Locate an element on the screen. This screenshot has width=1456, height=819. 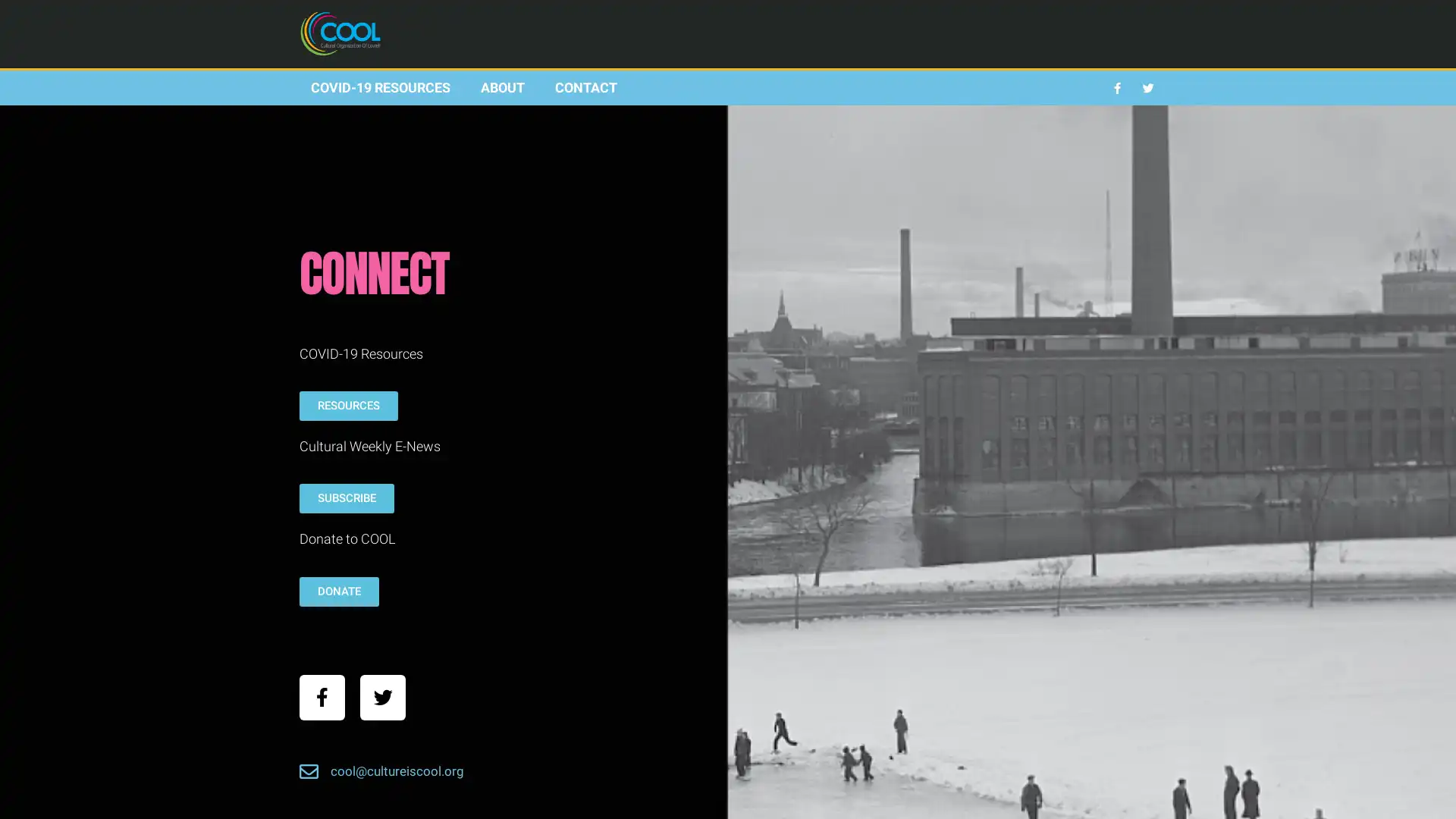
DONATE is located at coordinates (338, 590).